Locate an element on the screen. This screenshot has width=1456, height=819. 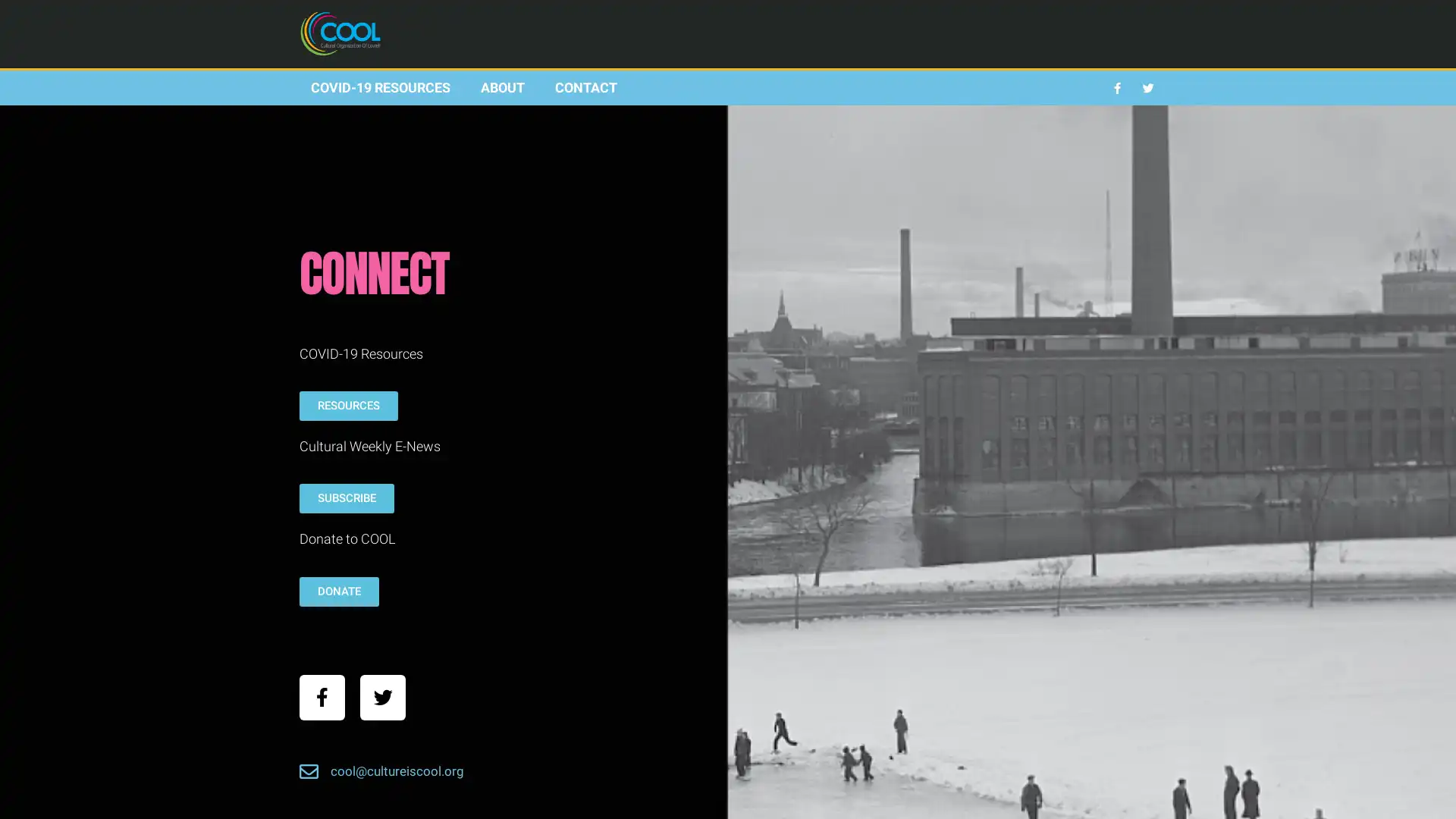
DONATE is located at coordinates (338, 590).